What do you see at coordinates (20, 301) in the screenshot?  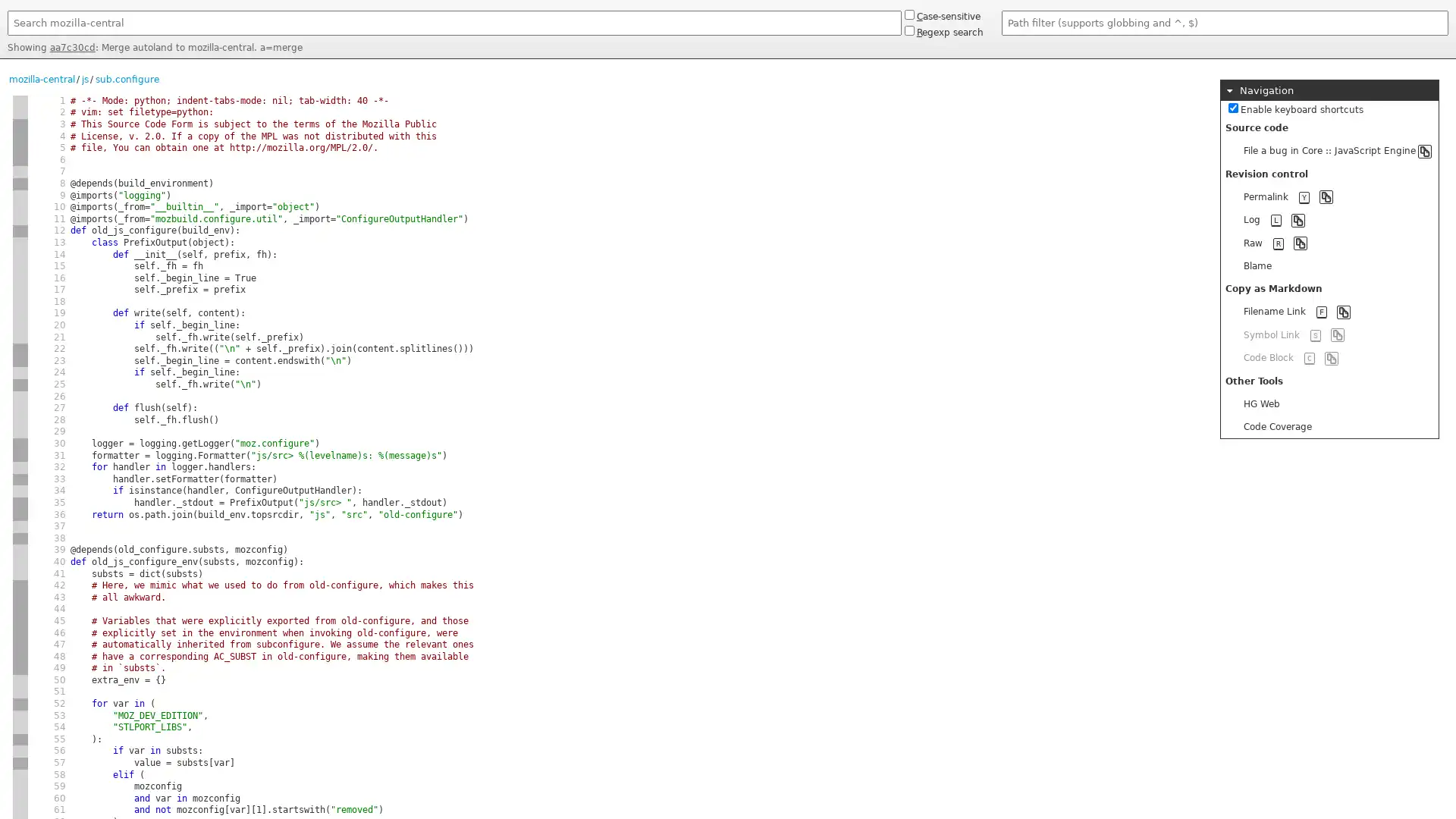 I see `same hash 6` at bounding box center [20, 301].